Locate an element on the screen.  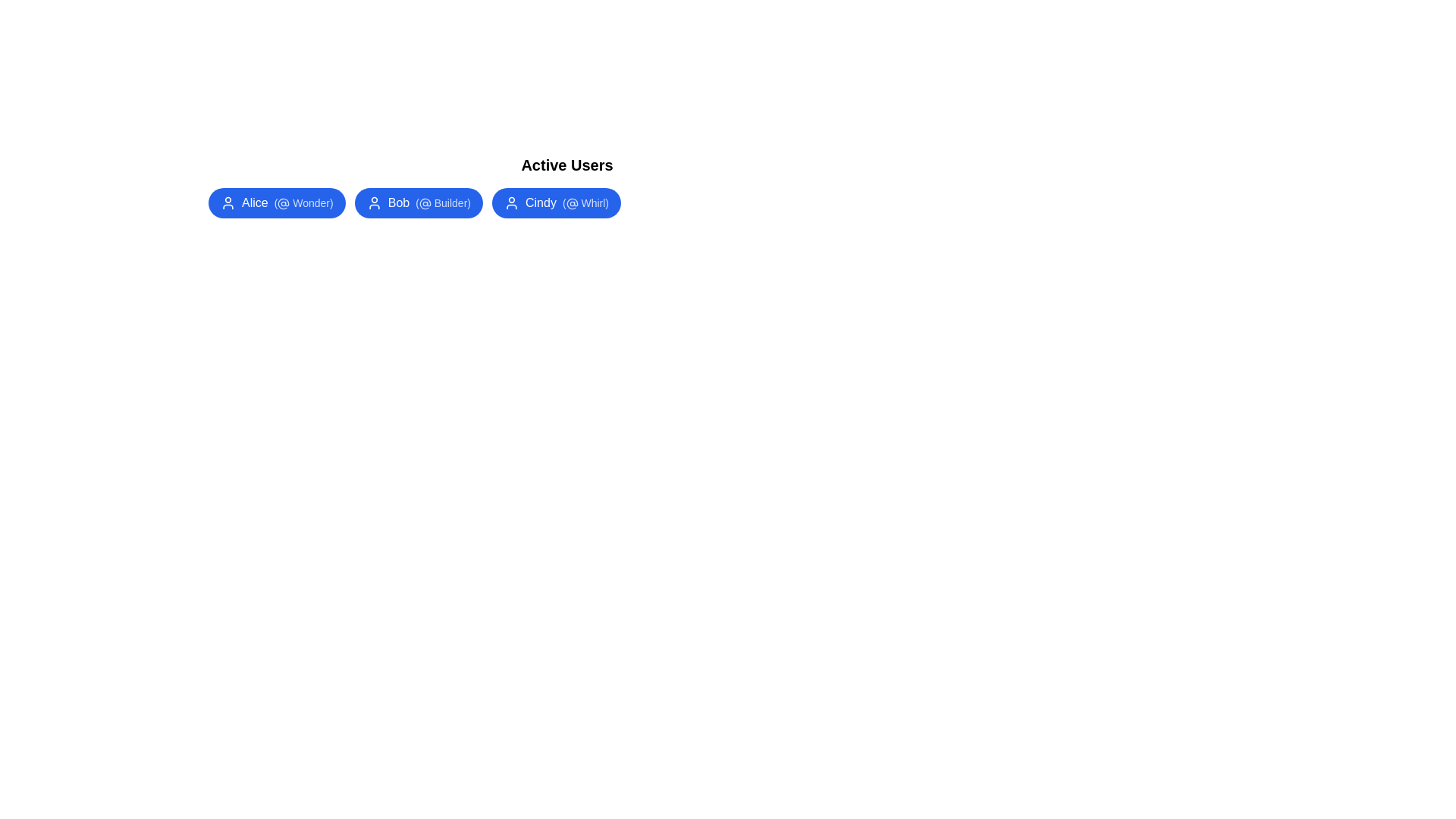
the chip representing Bob is located at coordinates (419, 202).